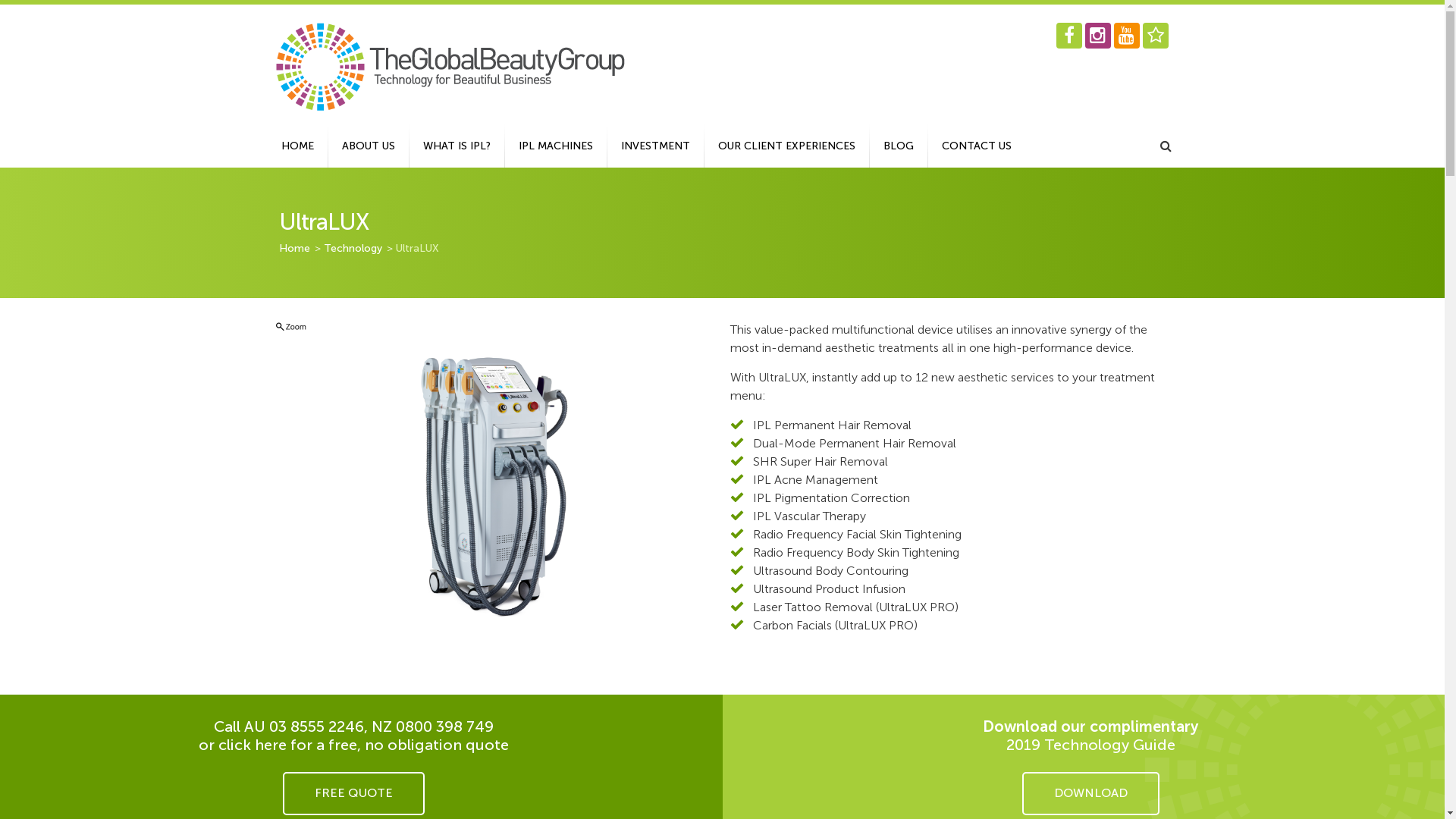 This screenshot has width=1456, height=819. What do you see at coordinates (295, 247) in the screenshot?
I see `'Home'` at bounding box center [295, 247].